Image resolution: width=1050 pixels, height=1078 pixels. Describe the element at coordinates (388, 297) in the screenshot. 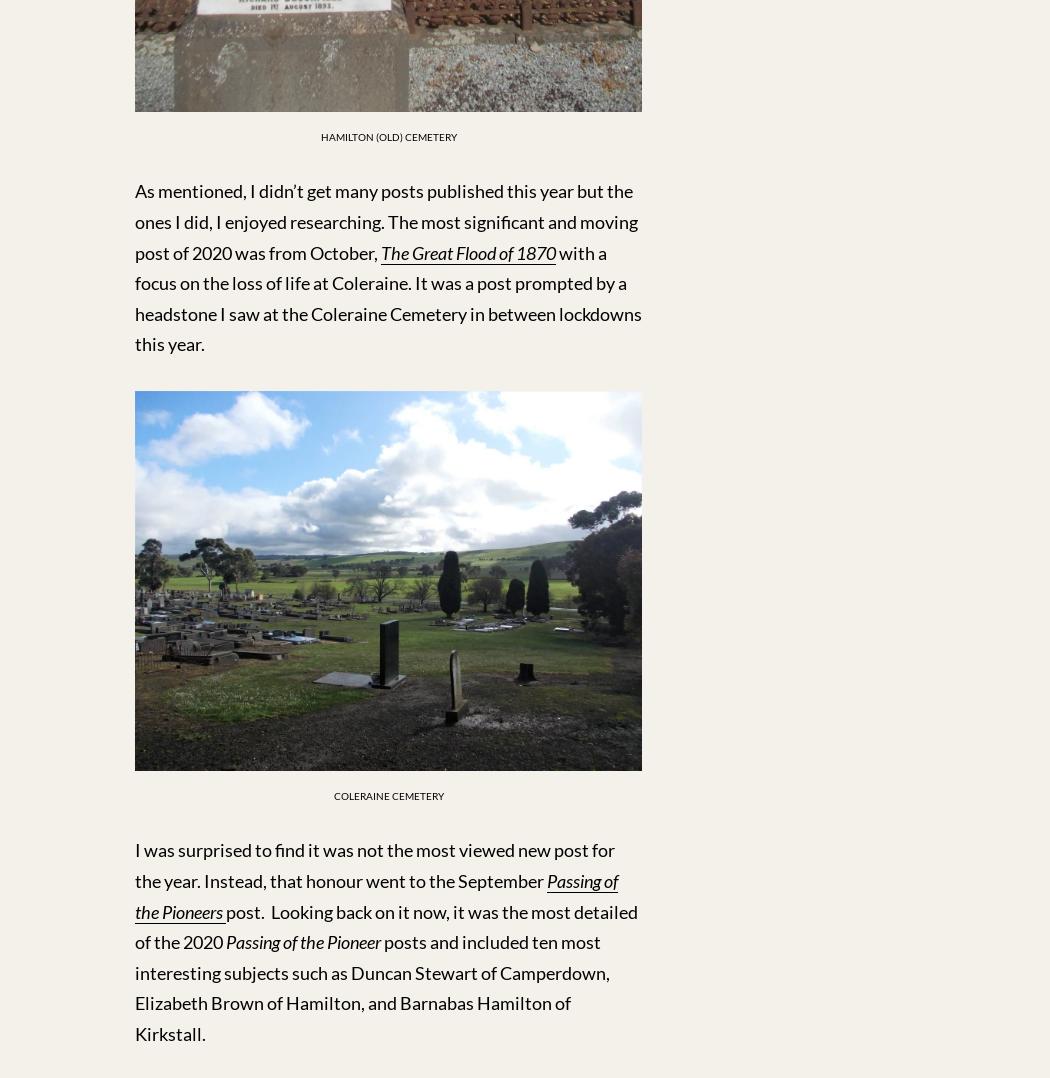

I see `'with a focus on the loss of life at Coleraine. It was a post prompted by a headstone I saw at the Coleraine Cemetery in between lockdowns this year.'` at that location.